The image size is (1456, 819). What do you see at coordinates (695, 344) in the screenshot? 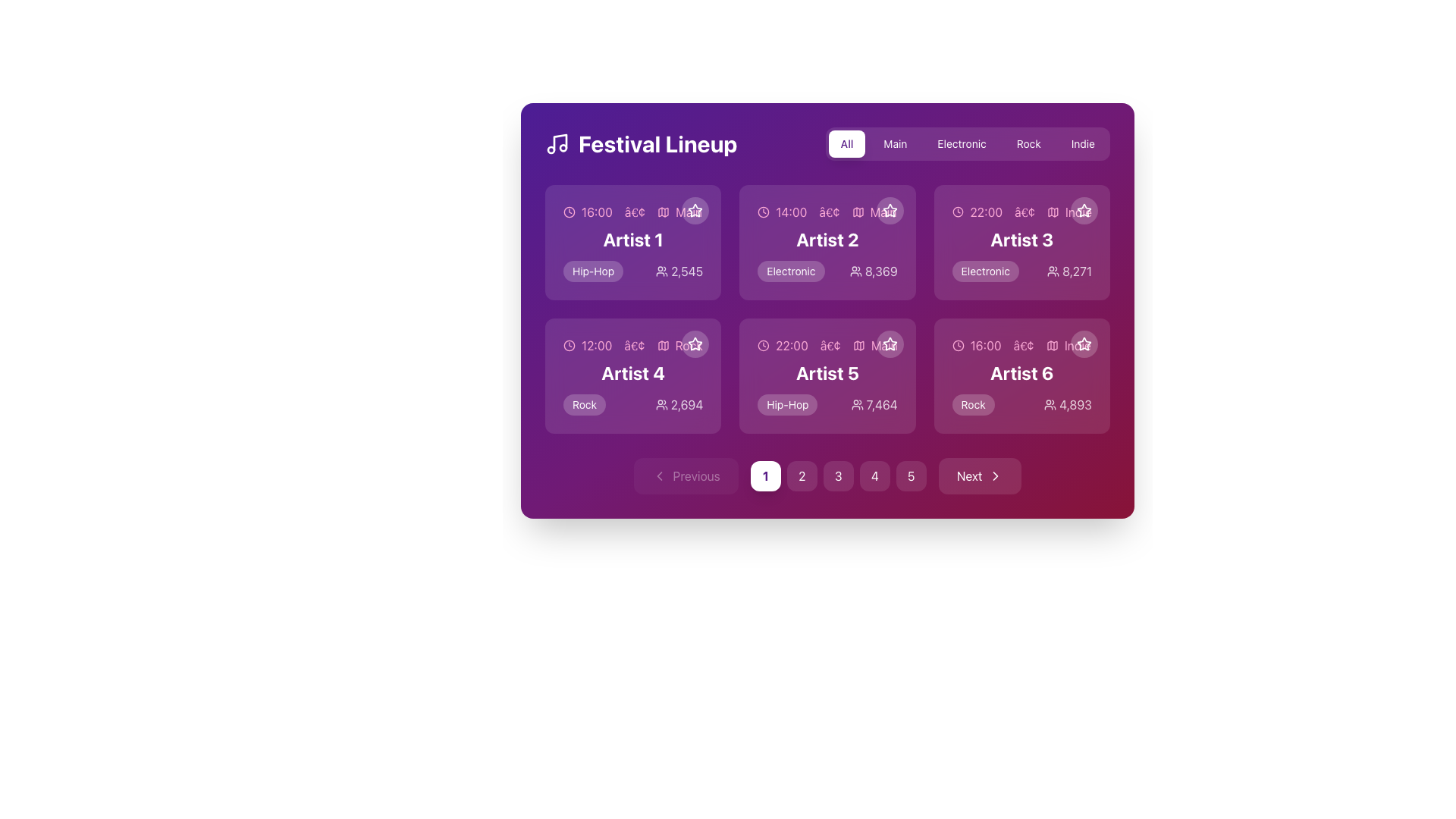
I see `the star-shaped icon with a hollow outline, designed for favoriting items, located in the top right corner of the card for 'Artist 4'` at bounding box center [695, 344].